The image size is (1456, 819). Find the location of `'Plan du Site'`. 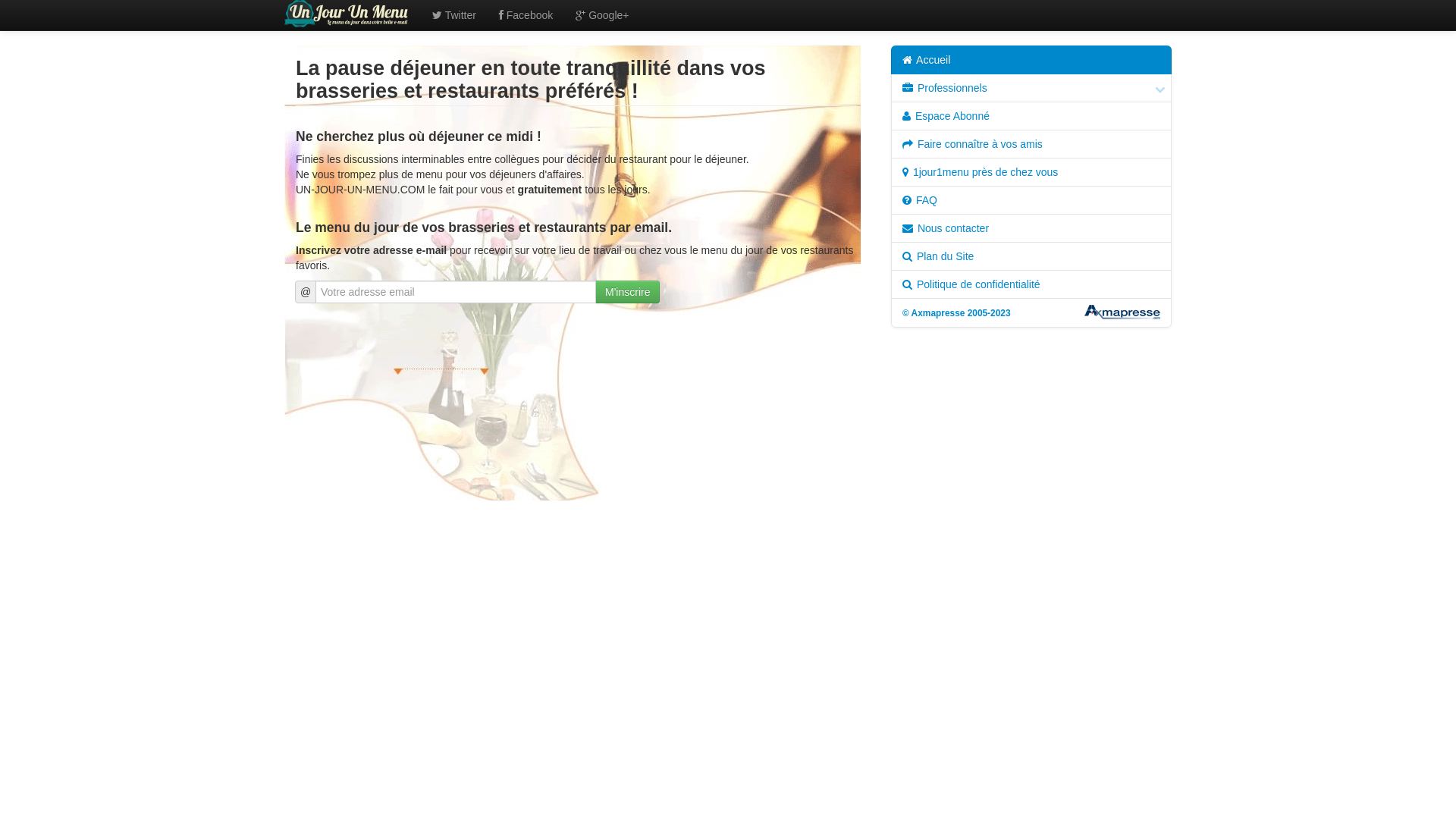

'Plan du Site' is located at coordinates (1031, 256).